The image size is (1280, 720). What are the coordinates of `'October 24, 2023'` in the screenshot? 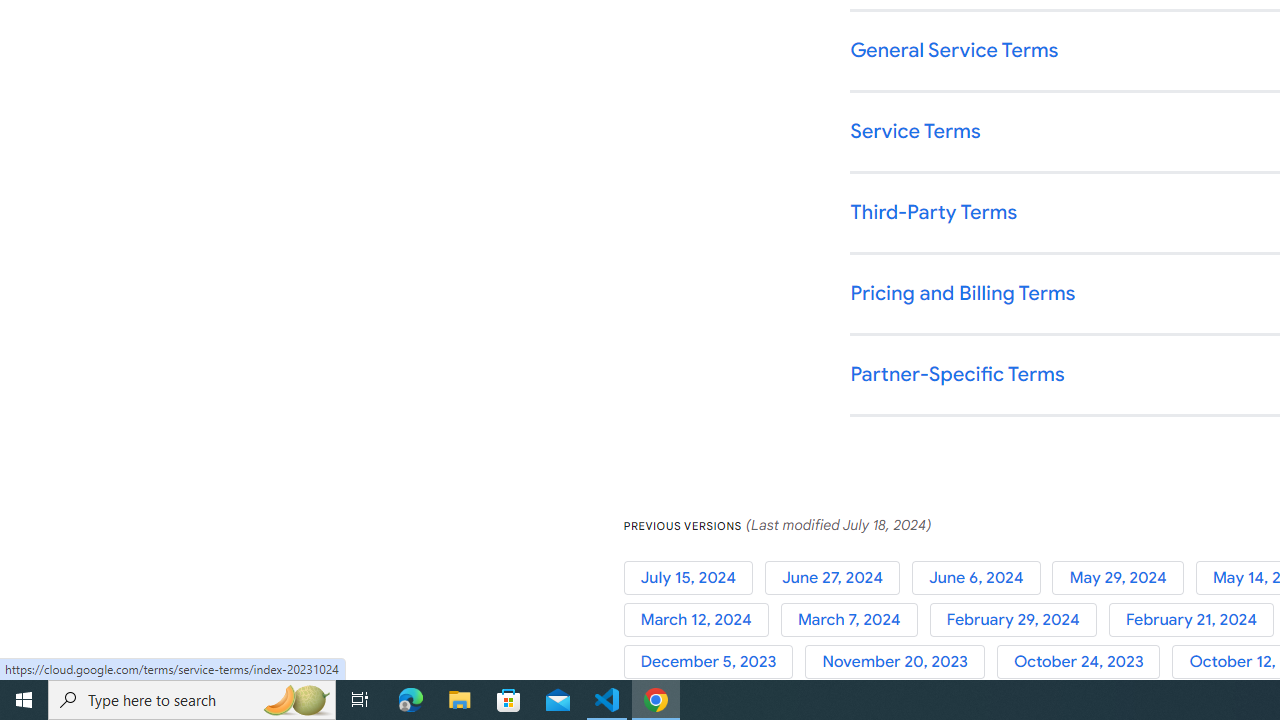 It's located at (1083, 662).